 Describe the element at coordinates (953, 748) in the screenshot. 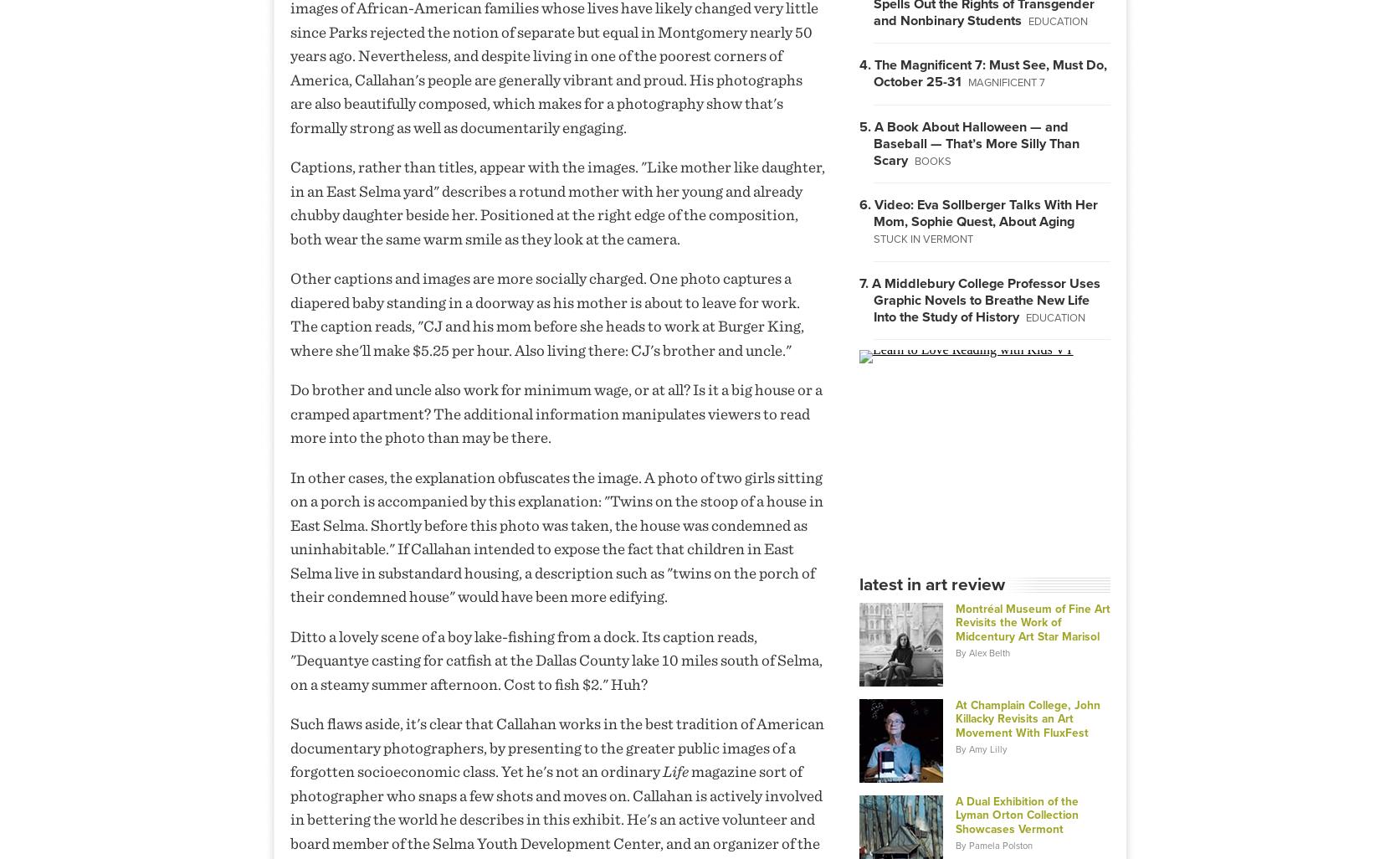

I see `'By Amy Lilly'` at that location.